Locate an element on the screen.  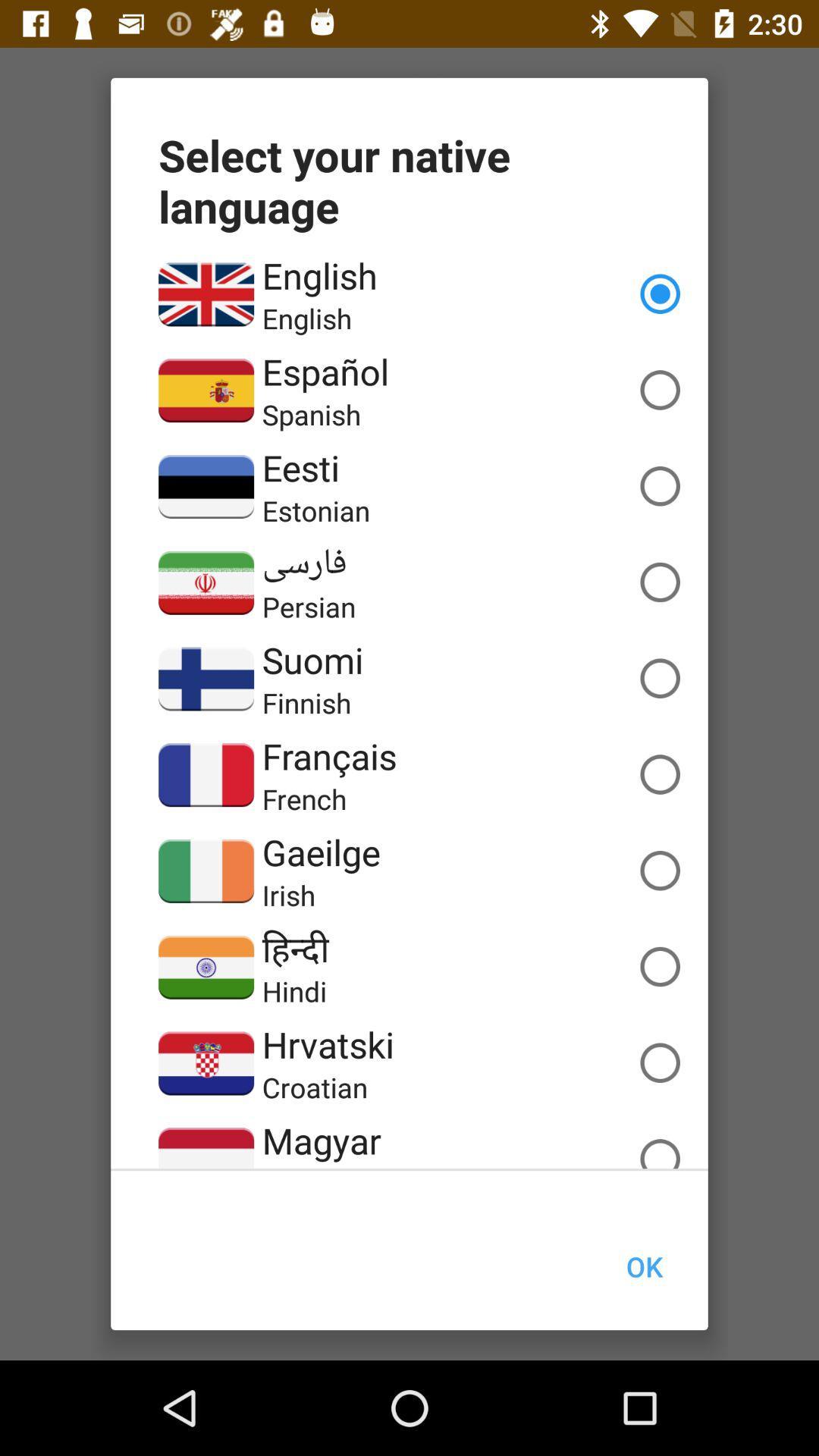
the item below the gaeilge app is located at coordinates (289, 895).